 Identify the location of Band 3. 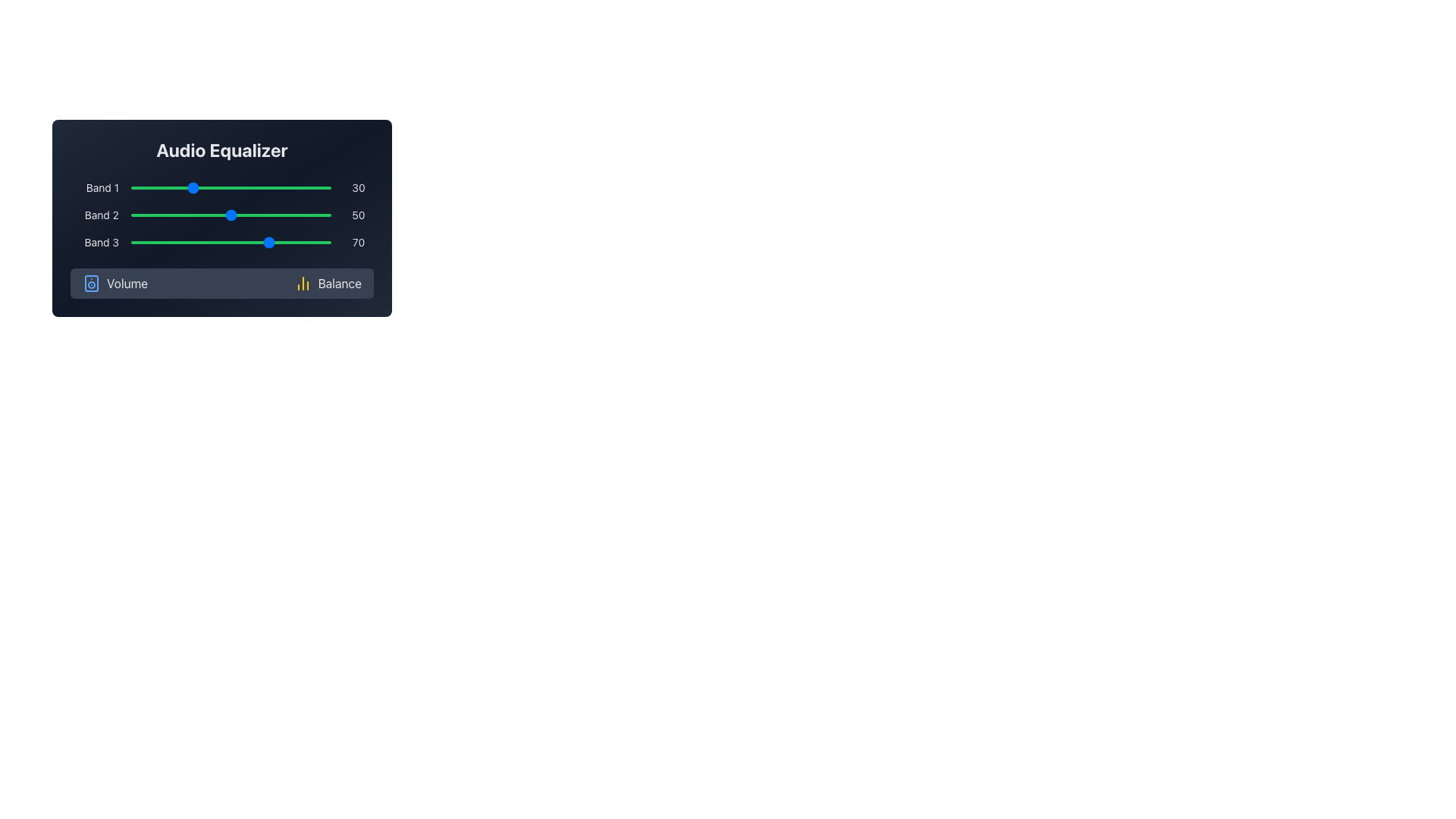
(226, 242).